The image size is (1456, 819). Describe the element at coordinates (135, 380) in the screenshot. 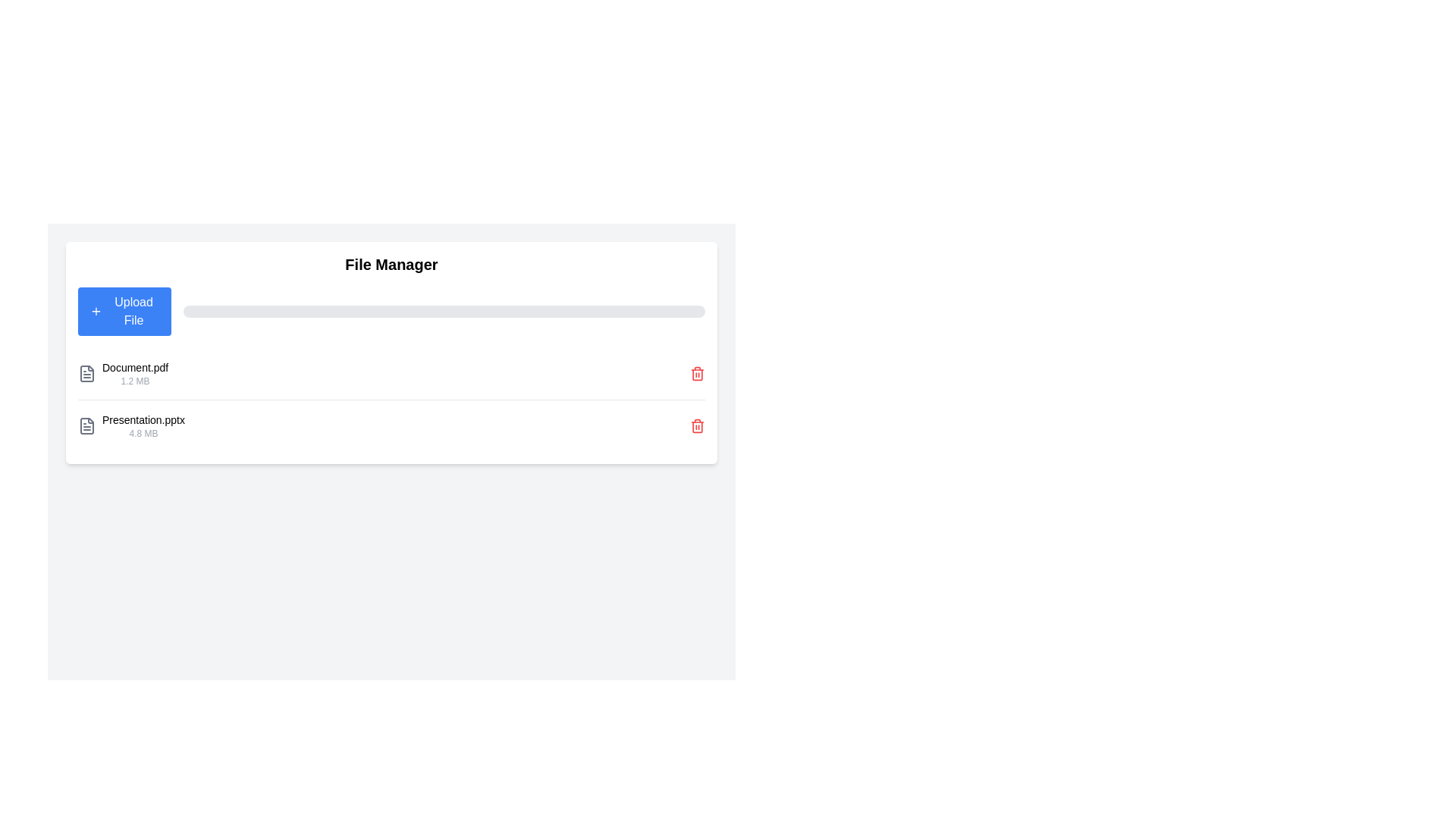

I see `the plain text element displaying '1.2 MB', which indicates the file size and is located beneath 'Document.pdf'` at that location.